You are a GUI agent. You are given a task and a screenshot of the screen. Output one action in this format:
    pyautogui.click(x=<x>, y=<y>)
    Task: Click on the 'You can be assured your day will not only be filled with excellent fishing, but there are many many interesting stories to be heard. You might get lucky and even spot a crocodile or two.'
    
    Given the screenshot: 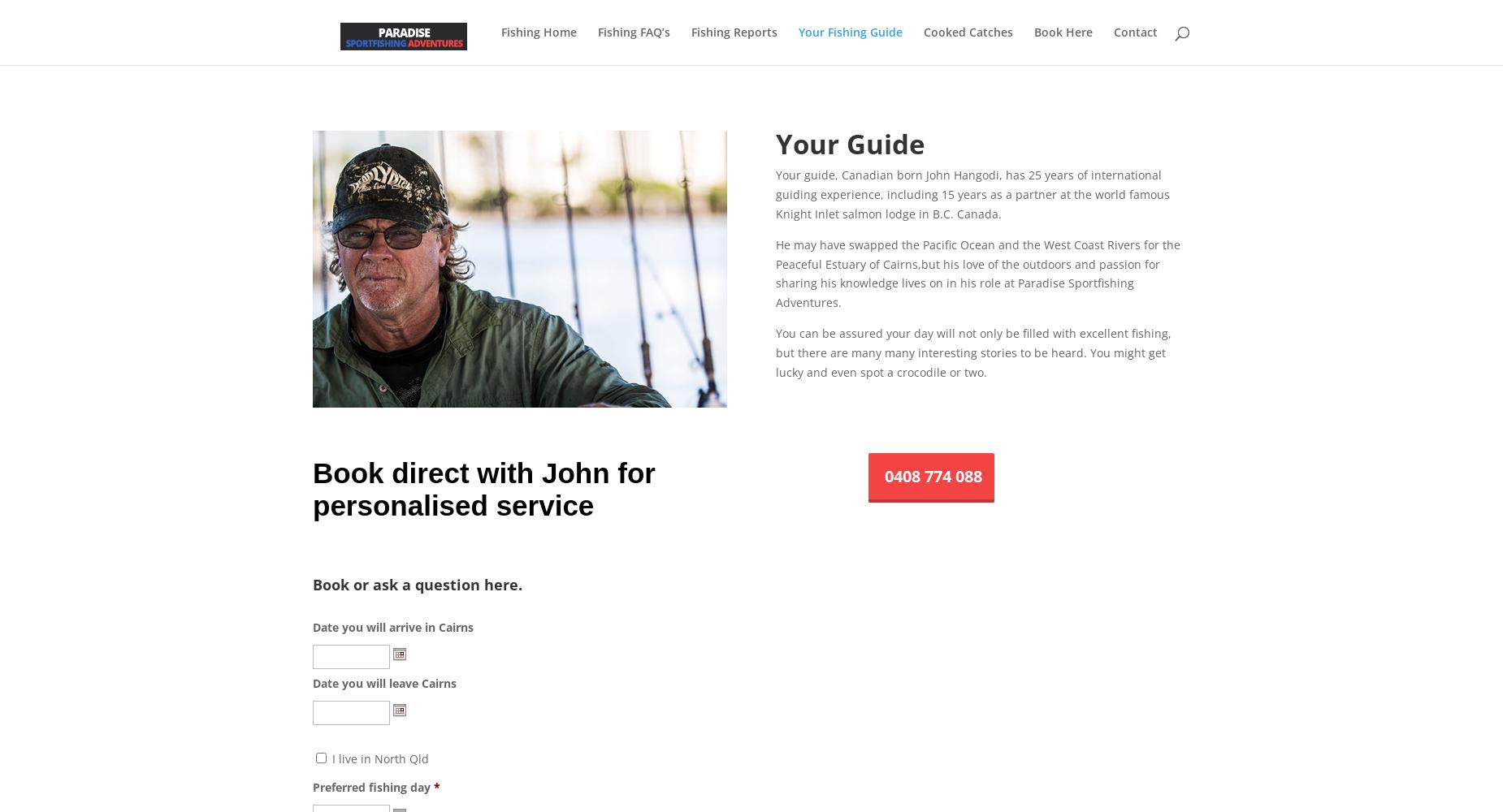 What is the action you would take?
    pyautogui.click(x=972, y=352)
    